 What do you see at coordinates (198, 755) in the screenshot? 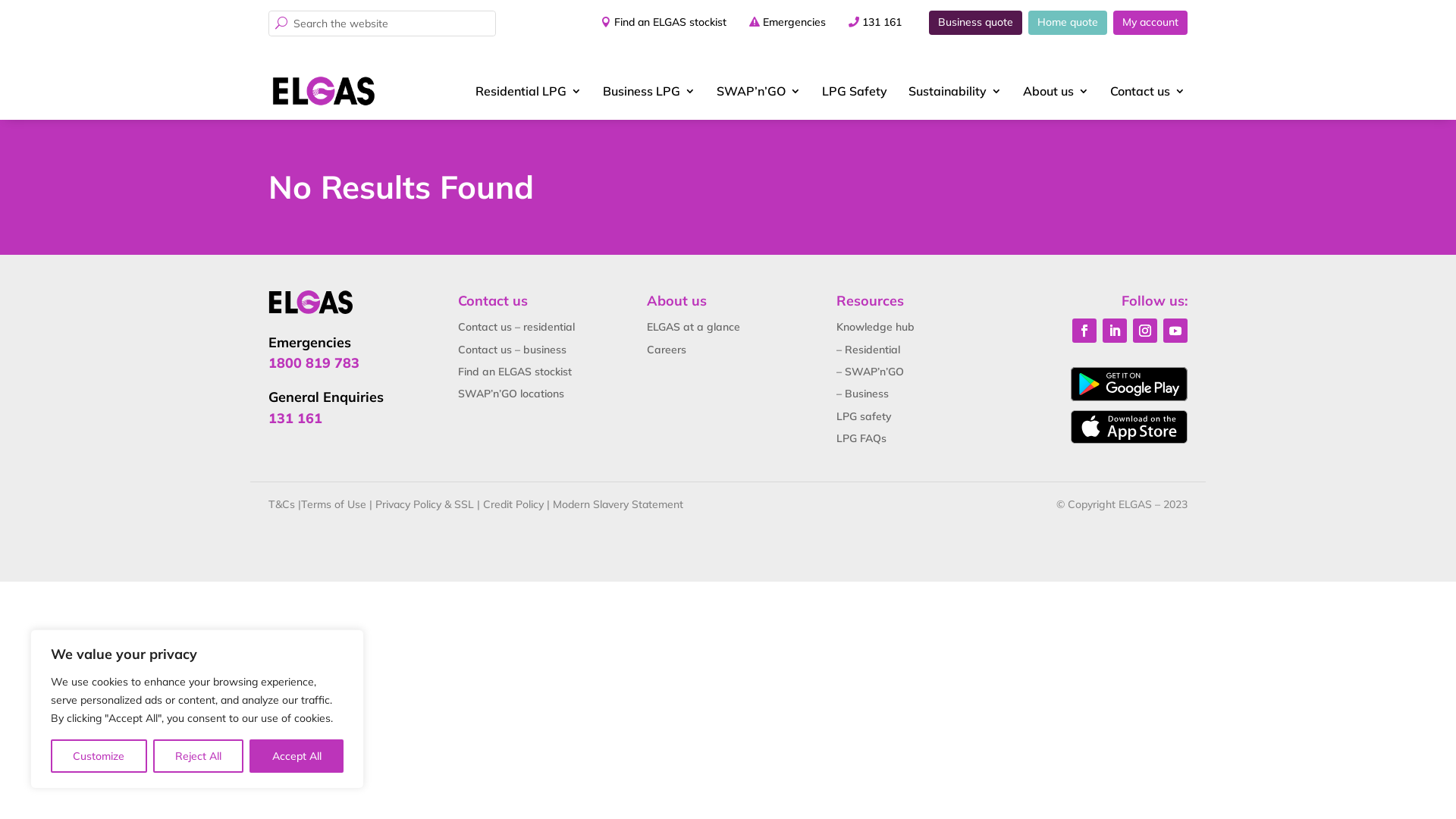
I see `'Reject All'` at bounding box center [198, 755].